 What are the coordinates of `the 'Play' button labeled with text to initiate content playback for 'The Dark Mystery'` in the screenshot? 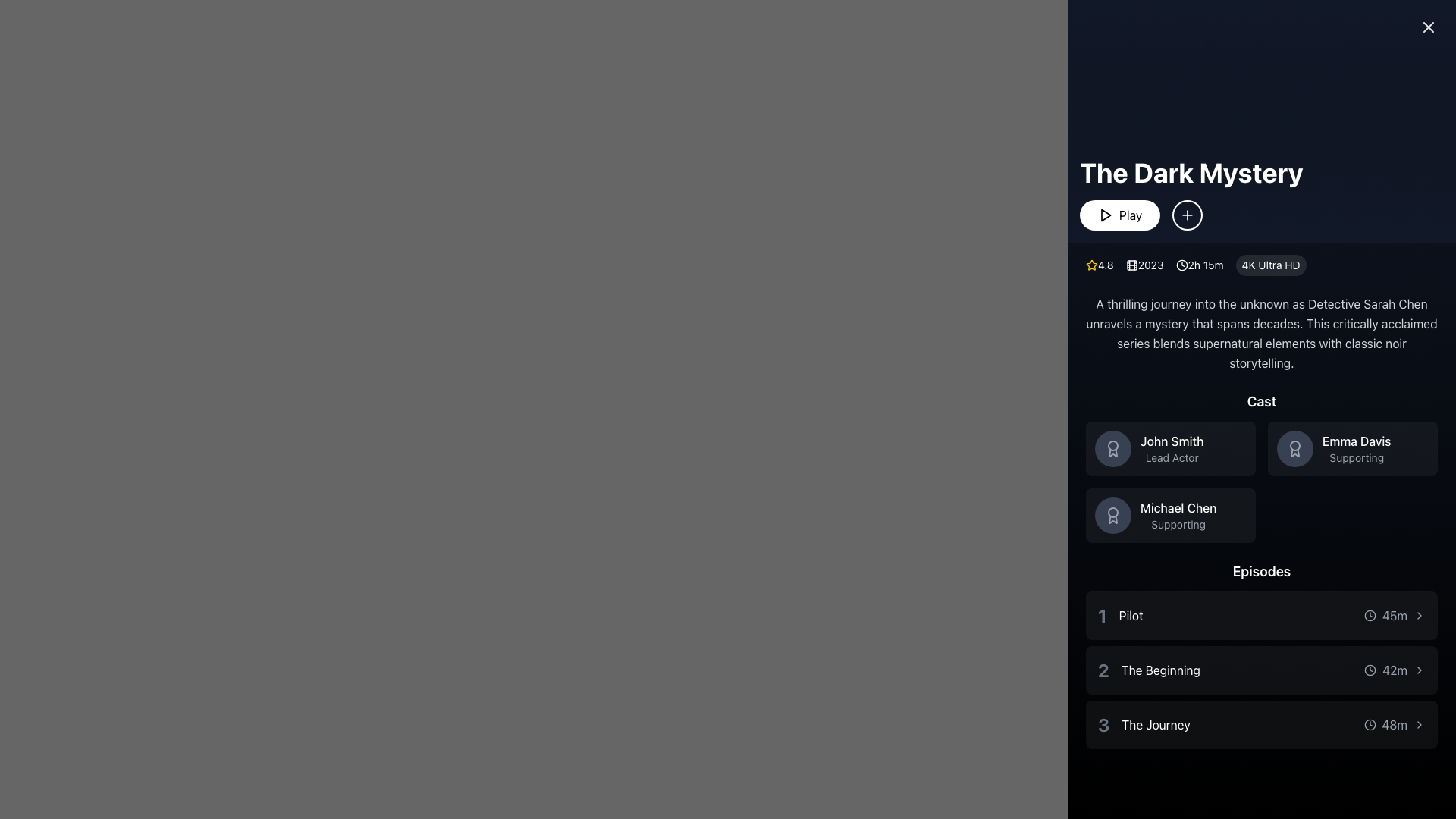 It's located at (1131, 215).